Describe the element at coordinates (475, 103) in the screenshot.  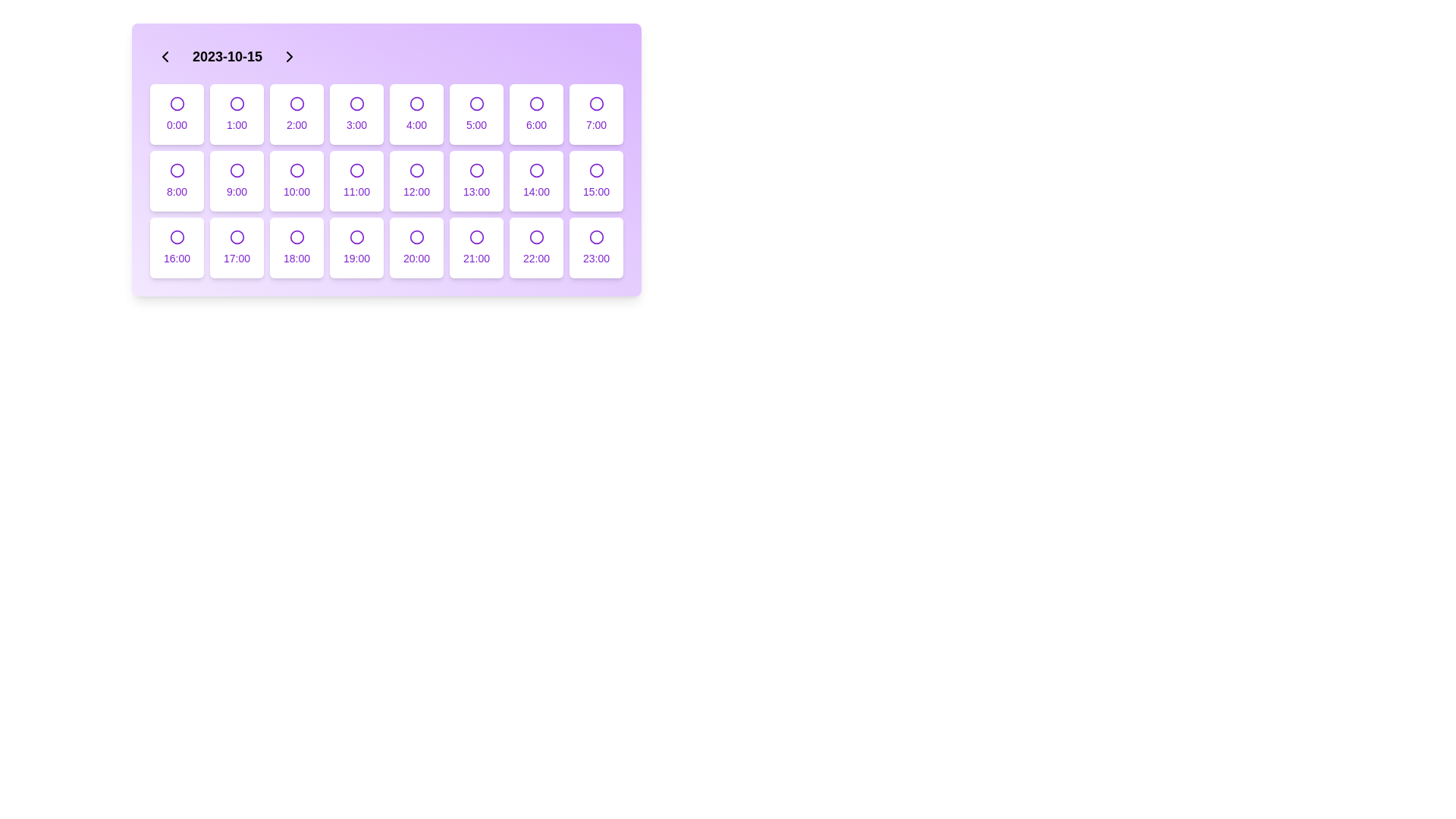
I see `the circular radio button with a purple border that represents the '5:00' time interval in the grid layout` at that location.